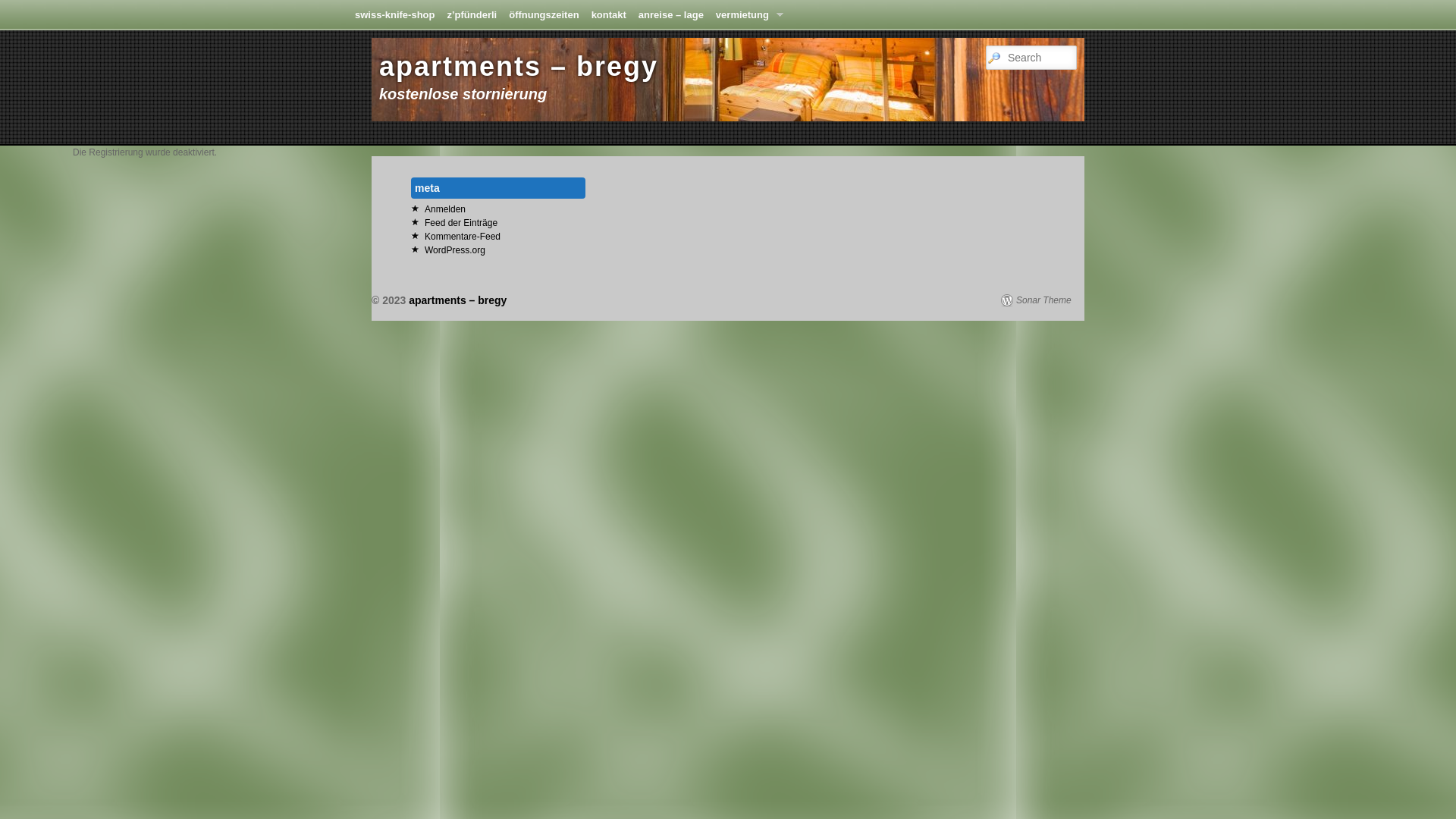 The height and width of the screenshot is (819, 1456). I want to click on 'kontakt', so click(608, 14).